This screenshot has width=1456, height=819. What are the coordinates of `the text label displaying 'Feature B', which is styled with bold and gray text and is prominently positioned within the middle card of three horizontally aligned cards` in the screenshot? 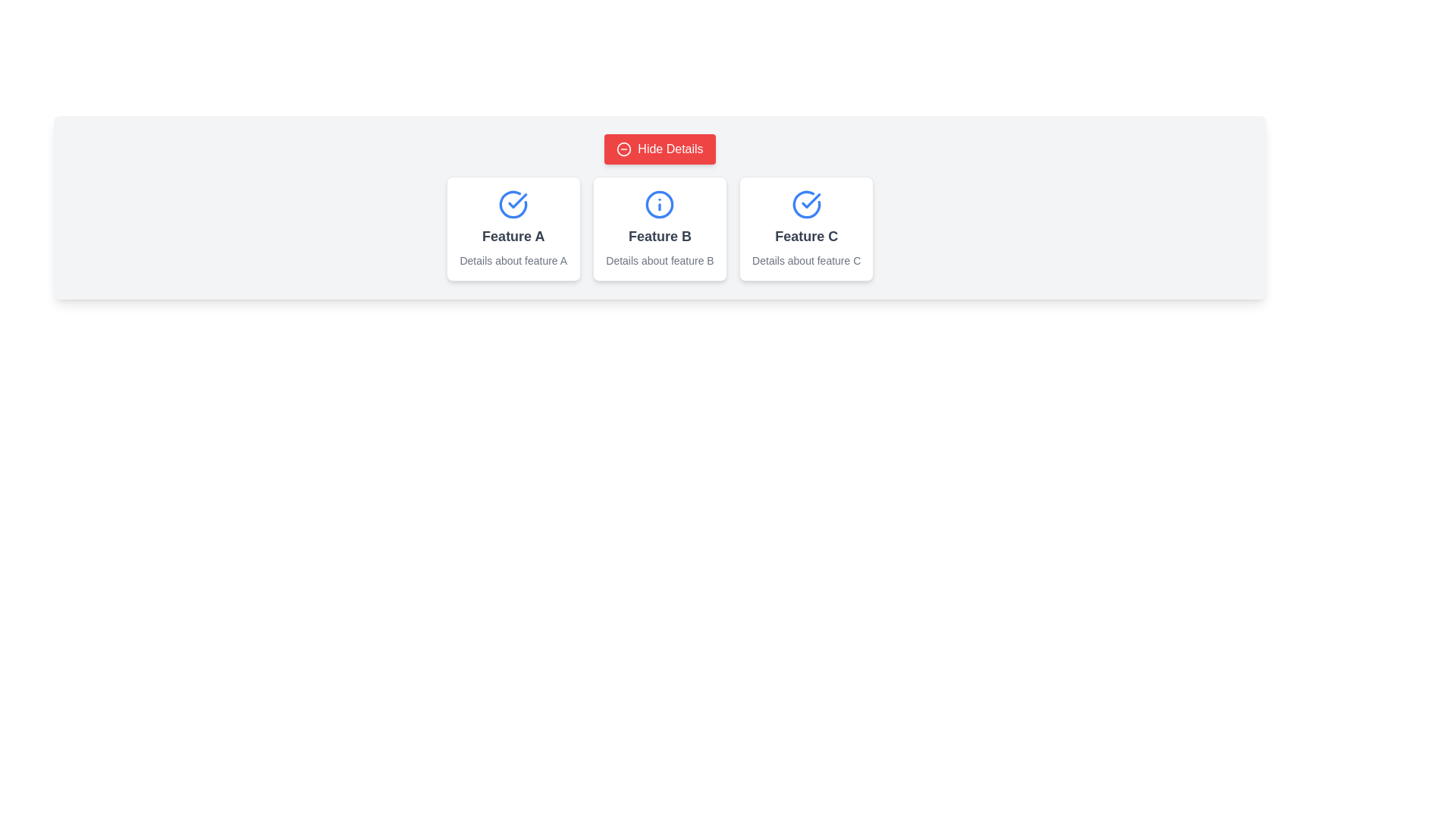 It's located at (660, 237).